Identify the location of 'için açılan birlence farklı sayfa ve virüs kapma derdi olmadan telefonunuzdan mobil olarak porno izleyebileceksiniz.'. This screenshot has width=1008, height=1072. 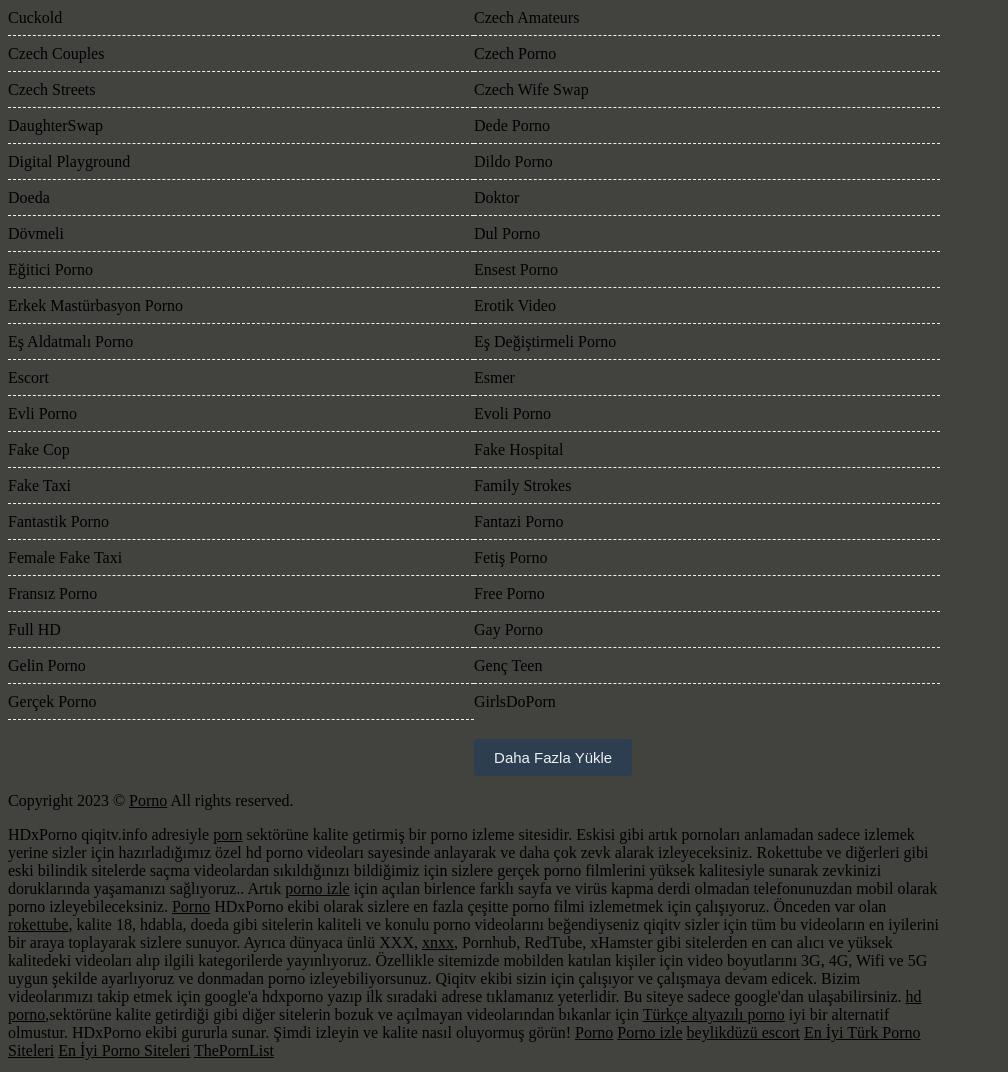
(7, 897).